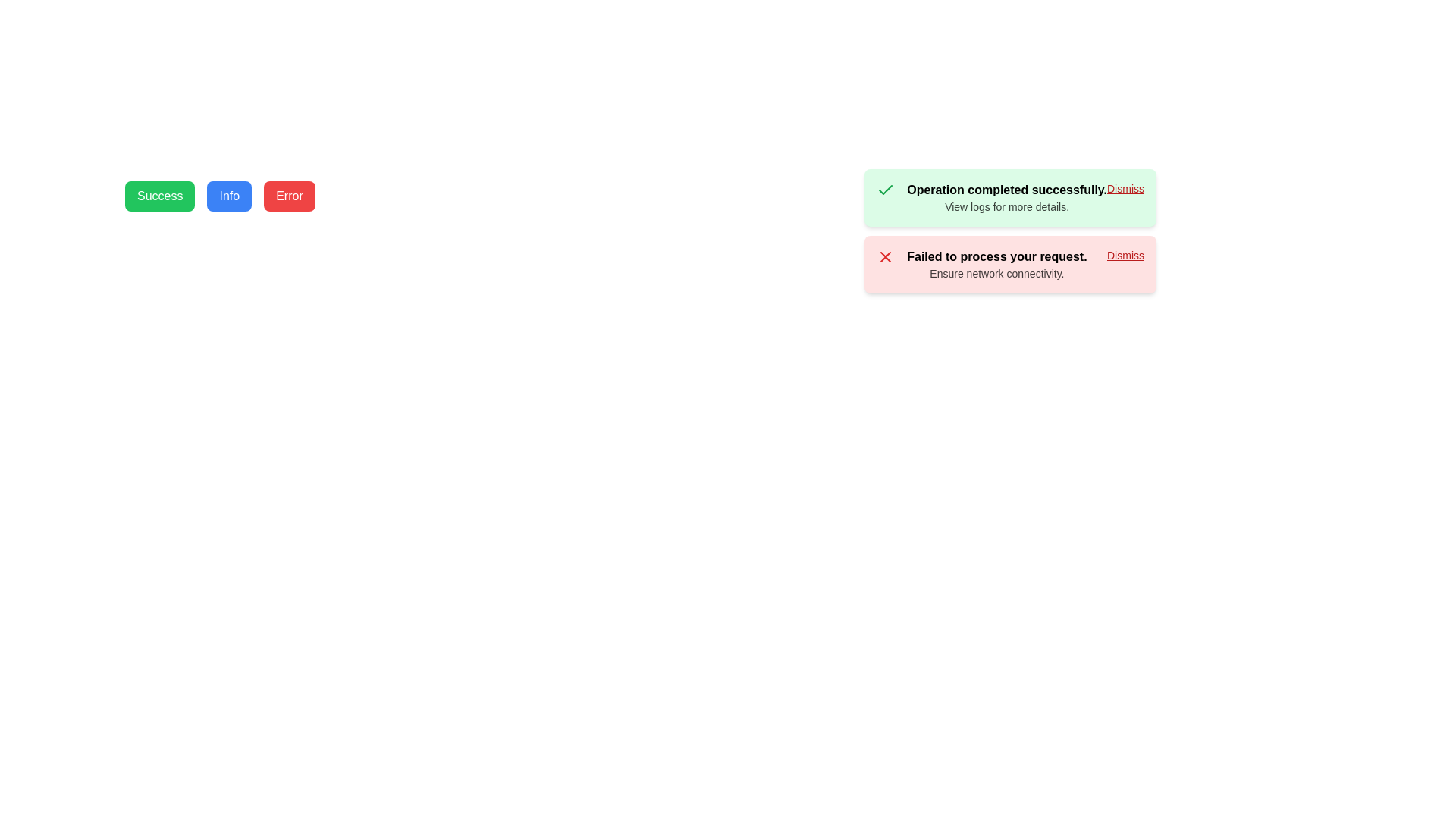 This screenshot has width=1456, height=819. I want to click on the 'Dismiss' link in the Notification box that alerts the user about a failure in processing their request, located in the bottom notification area beneath a green success notification box, so click(1010, 263).